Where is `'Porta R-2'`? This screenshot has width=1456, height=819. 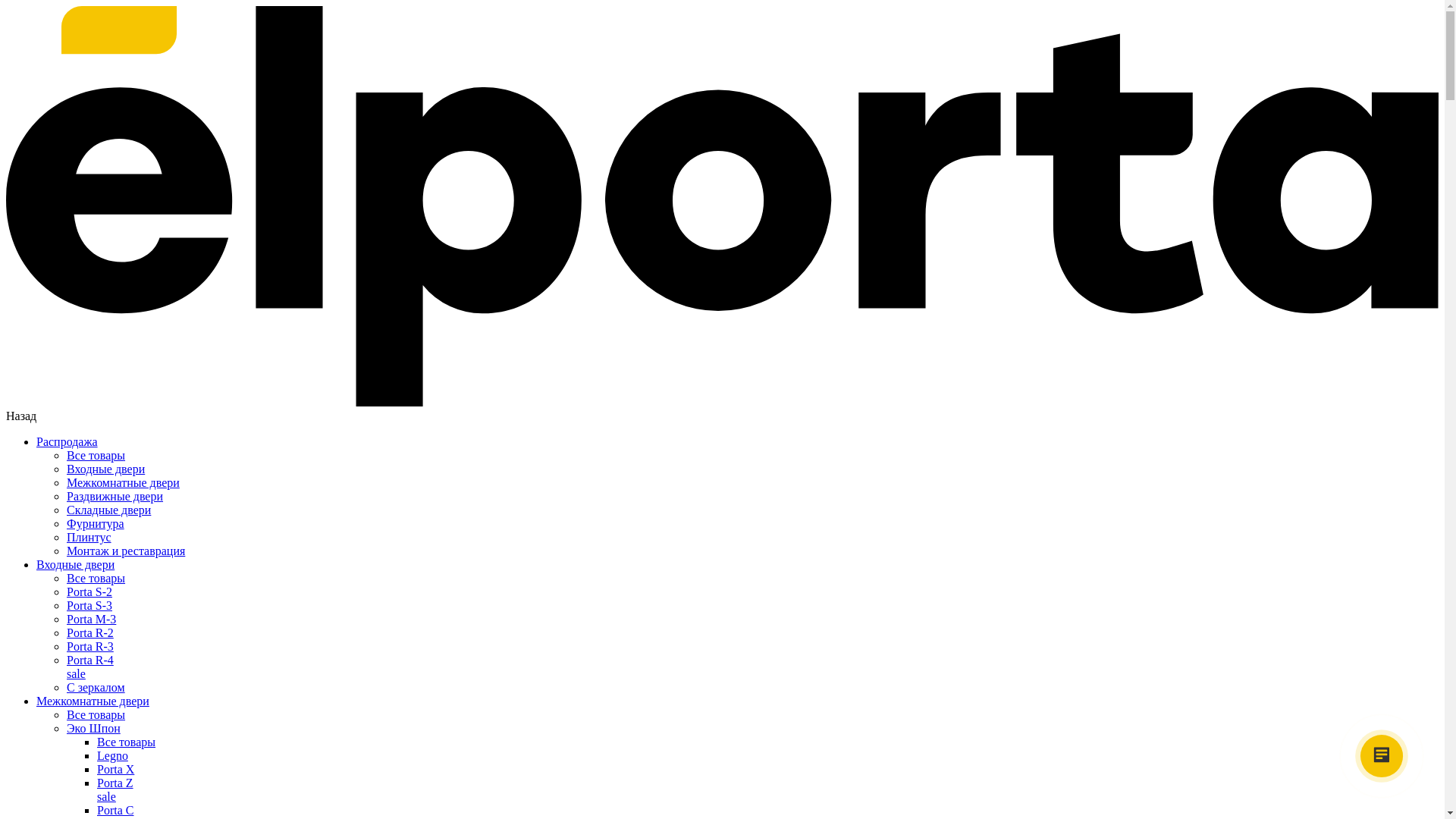 'Porta R-2' is located at coordinates (89, 632).